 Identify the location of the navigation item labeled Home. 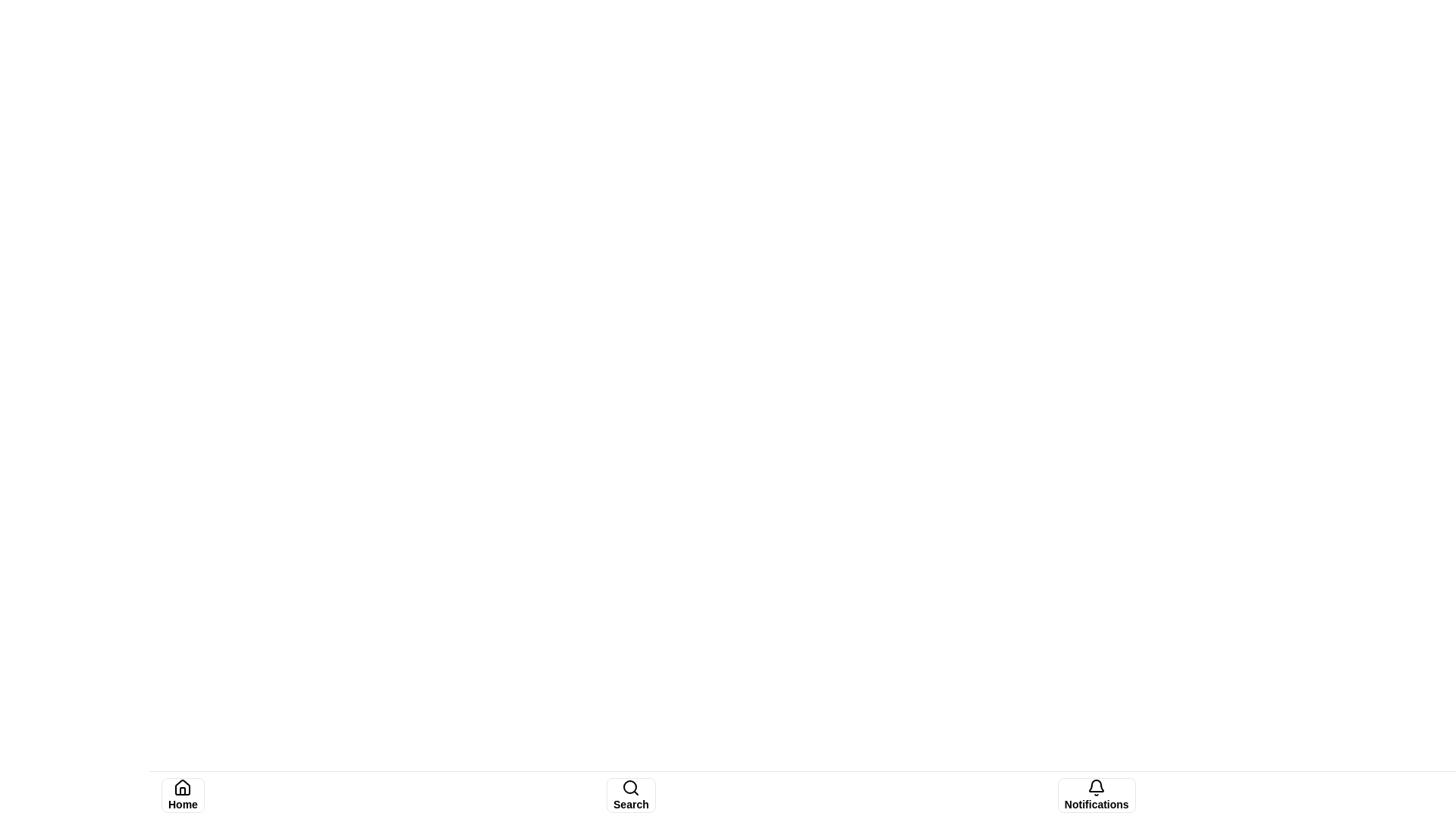
(182, 795).